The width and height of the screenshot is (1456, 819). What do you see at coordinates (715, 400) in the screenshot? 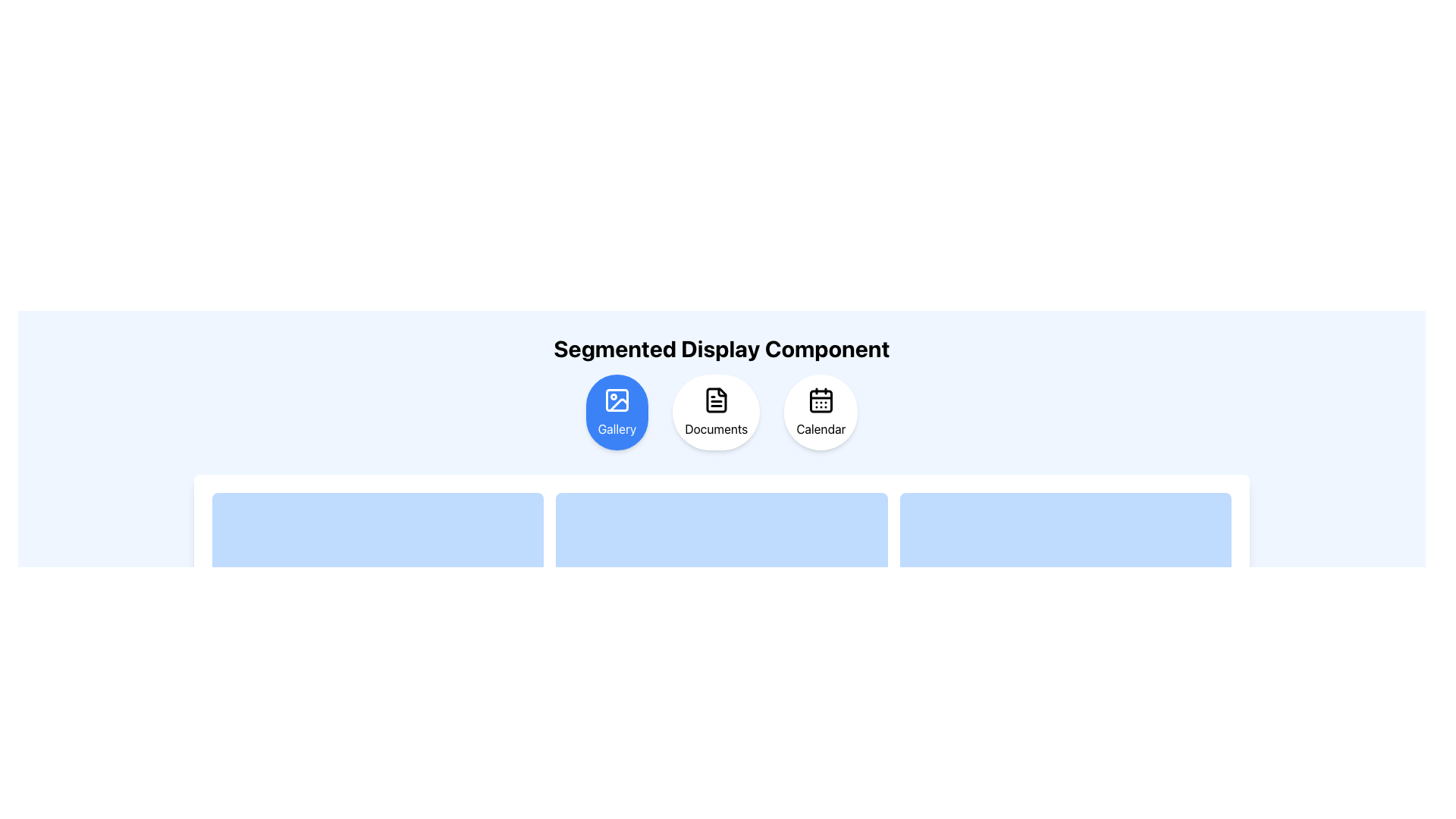
I see `the document icon within the white circular button labeled 'Documents', which is positioned between the 'Gallery' and 'Calendar' buttons` at bounding box center [715, 400].